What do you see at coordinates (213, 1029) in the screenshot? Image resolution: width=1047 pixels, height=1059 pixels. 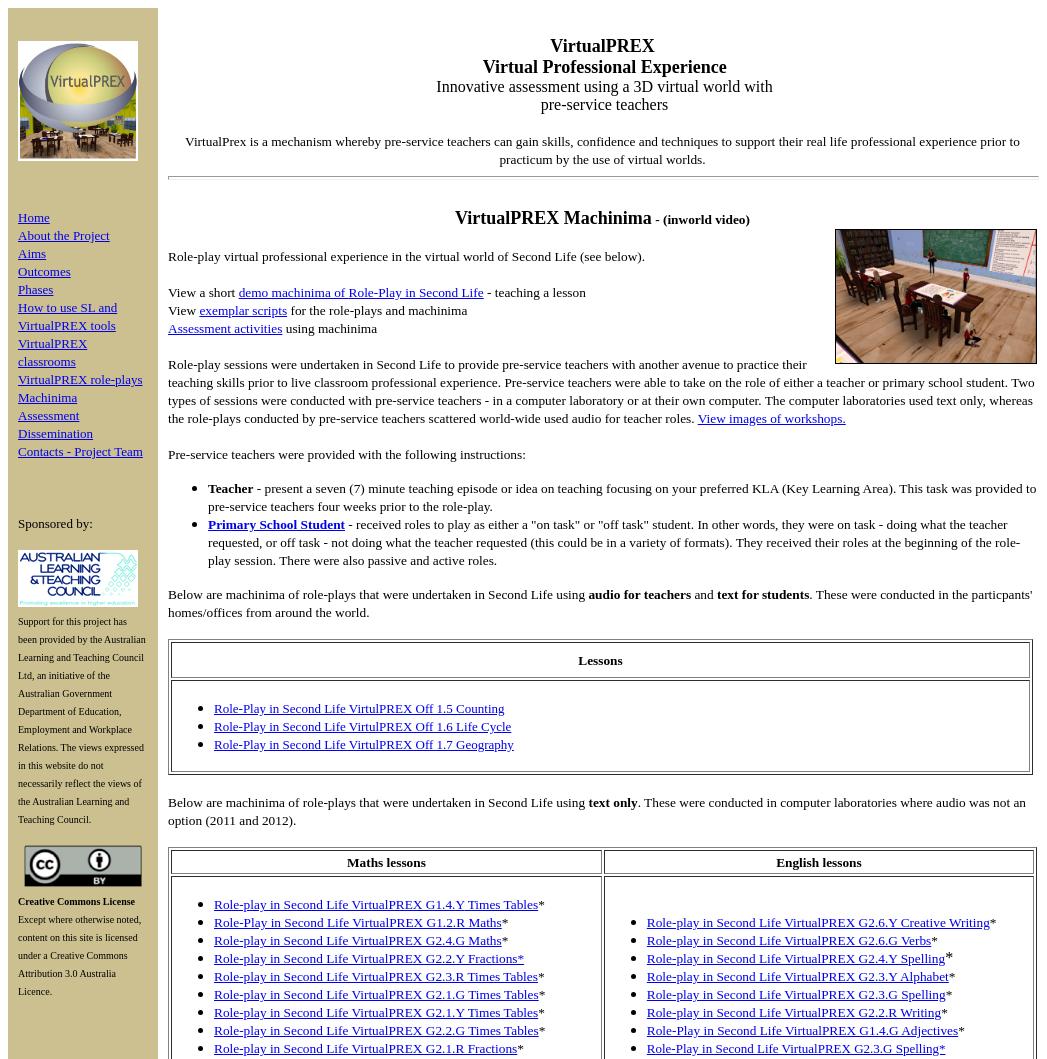 I see `'Role-play in Second Life VirtualPREX G2.2.G Times Tables'` at bounding box center [213, 1029].